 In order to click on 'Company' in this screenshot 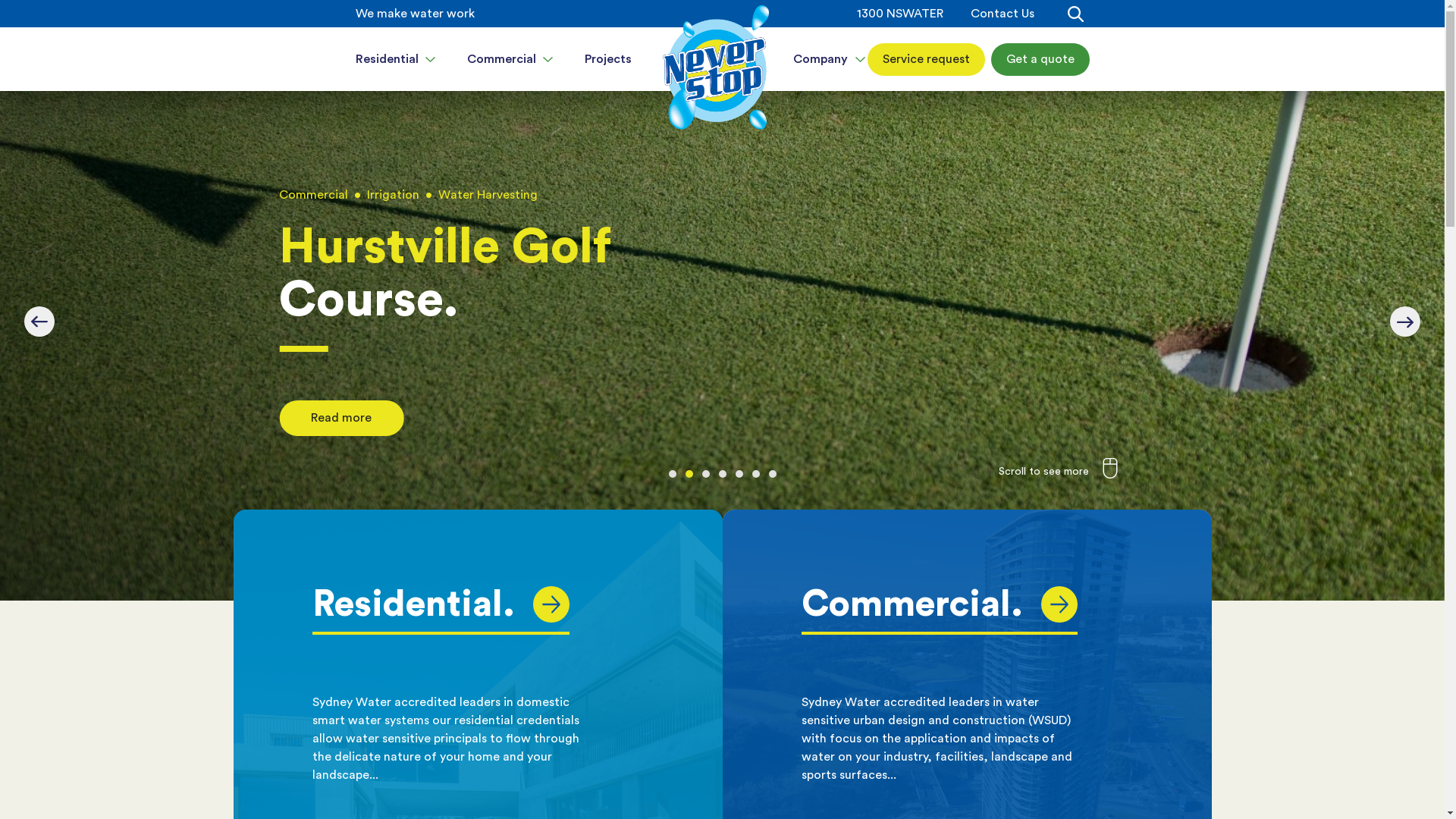, I will do `click(829, 58)`.